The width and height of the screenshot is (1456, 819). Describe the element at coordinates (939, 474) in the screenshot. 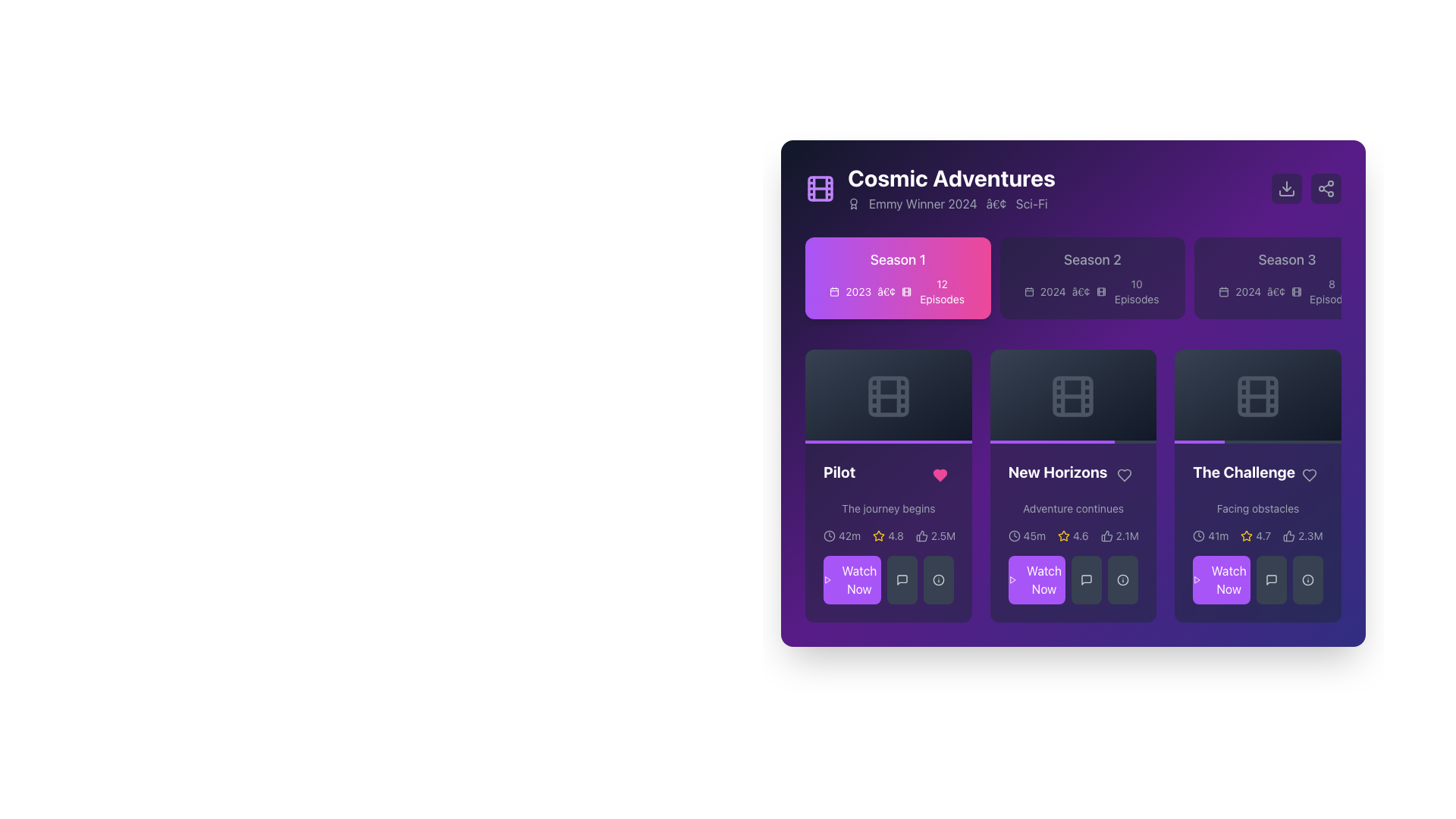

I see `the pink heart-shaped icon to like or favorite, which is located in the upper-right segment of the 'Pilot' card, adjacent to the text-title 'Pilot'` at that location.